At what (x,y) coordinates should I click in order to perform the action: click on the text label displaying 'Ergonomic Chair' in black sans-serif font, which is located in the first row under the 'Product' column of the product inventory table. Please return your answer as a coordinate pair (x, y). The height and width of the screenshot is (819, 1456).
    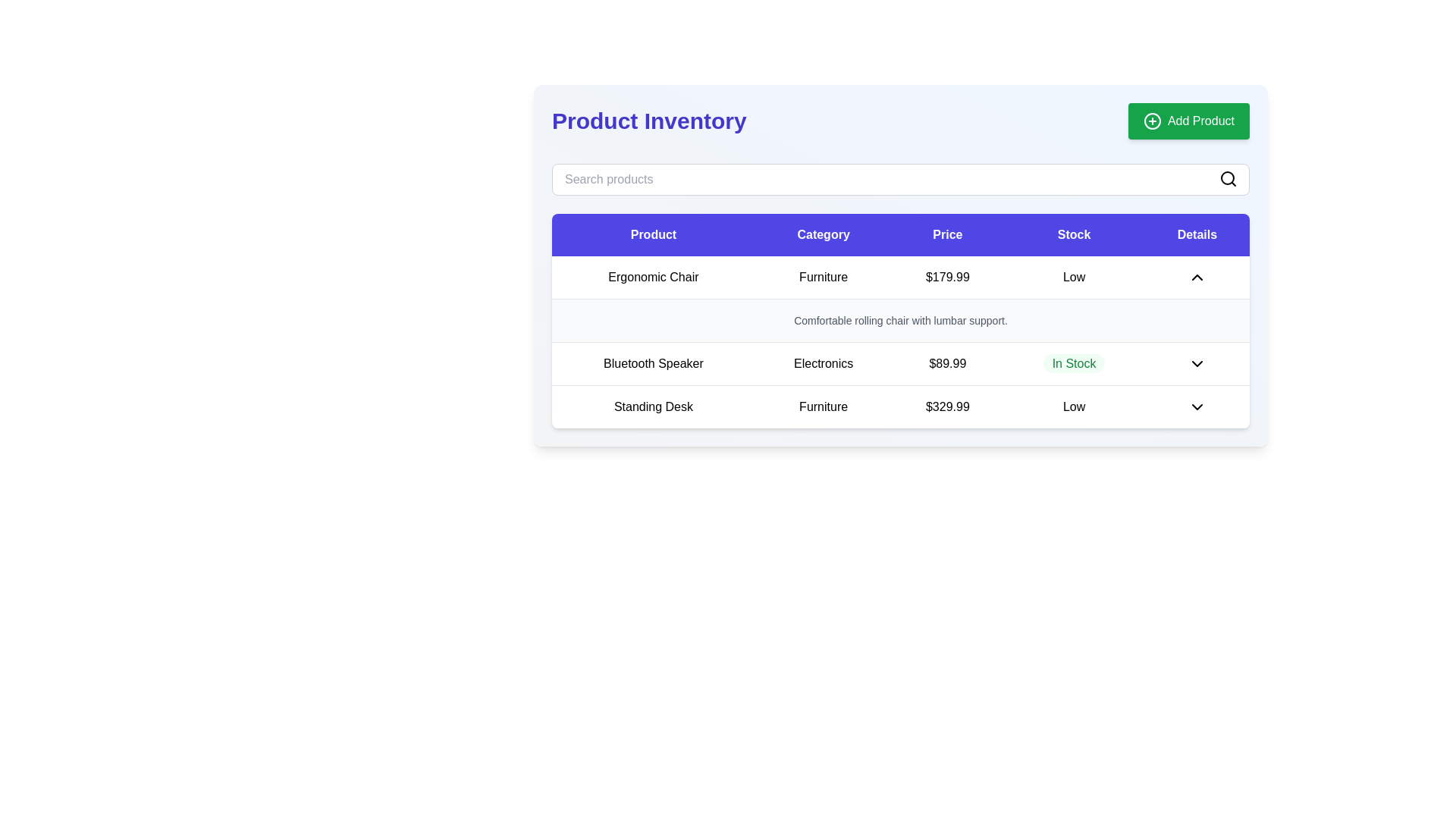
    Looking at the image, I should click on (653, 278).